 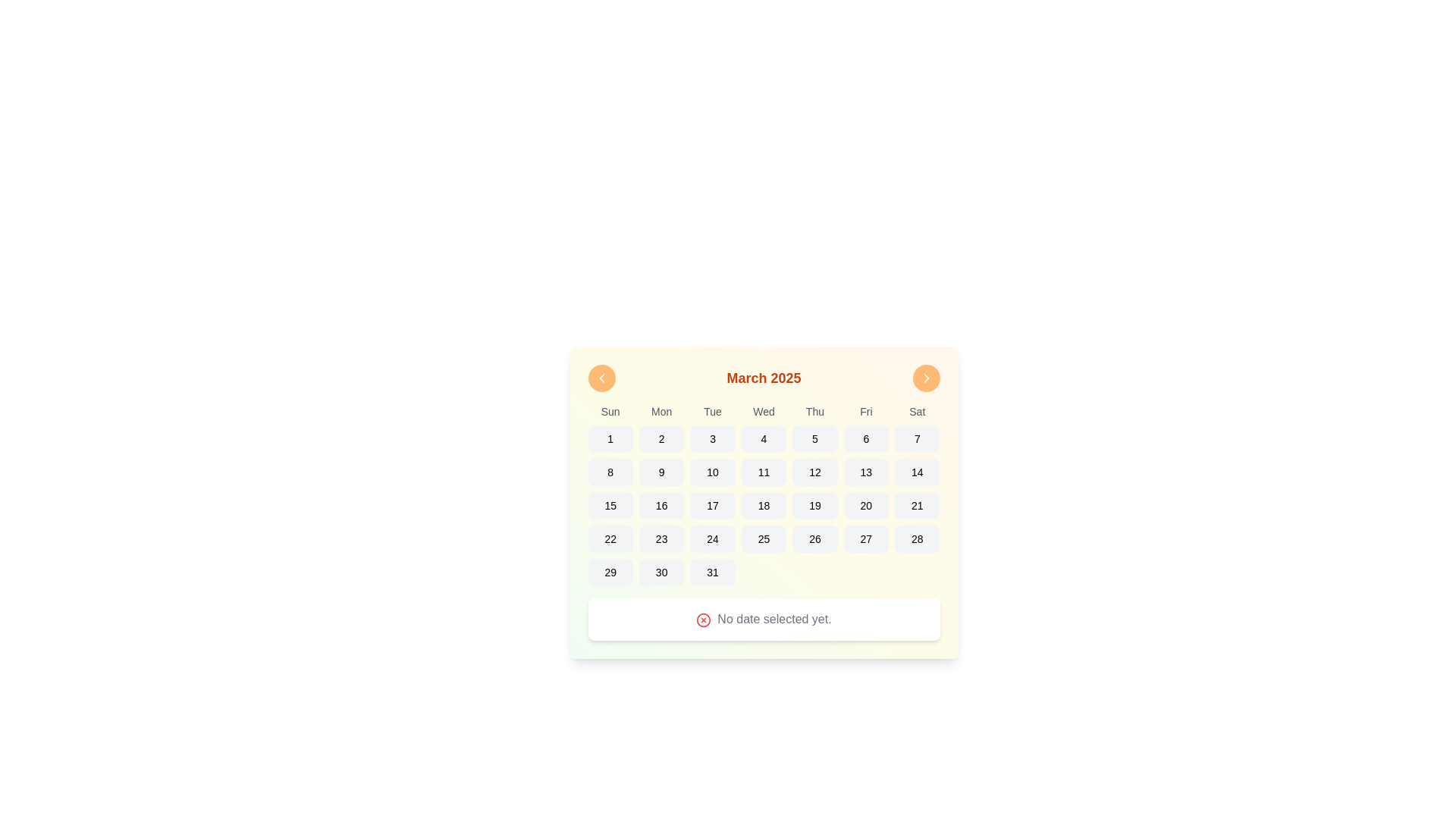 I want to click on the date selection button representing the 28th of the month in the calendar interface located in the last row and seventh column labeled 'Sat', so click(x=916, y=538).